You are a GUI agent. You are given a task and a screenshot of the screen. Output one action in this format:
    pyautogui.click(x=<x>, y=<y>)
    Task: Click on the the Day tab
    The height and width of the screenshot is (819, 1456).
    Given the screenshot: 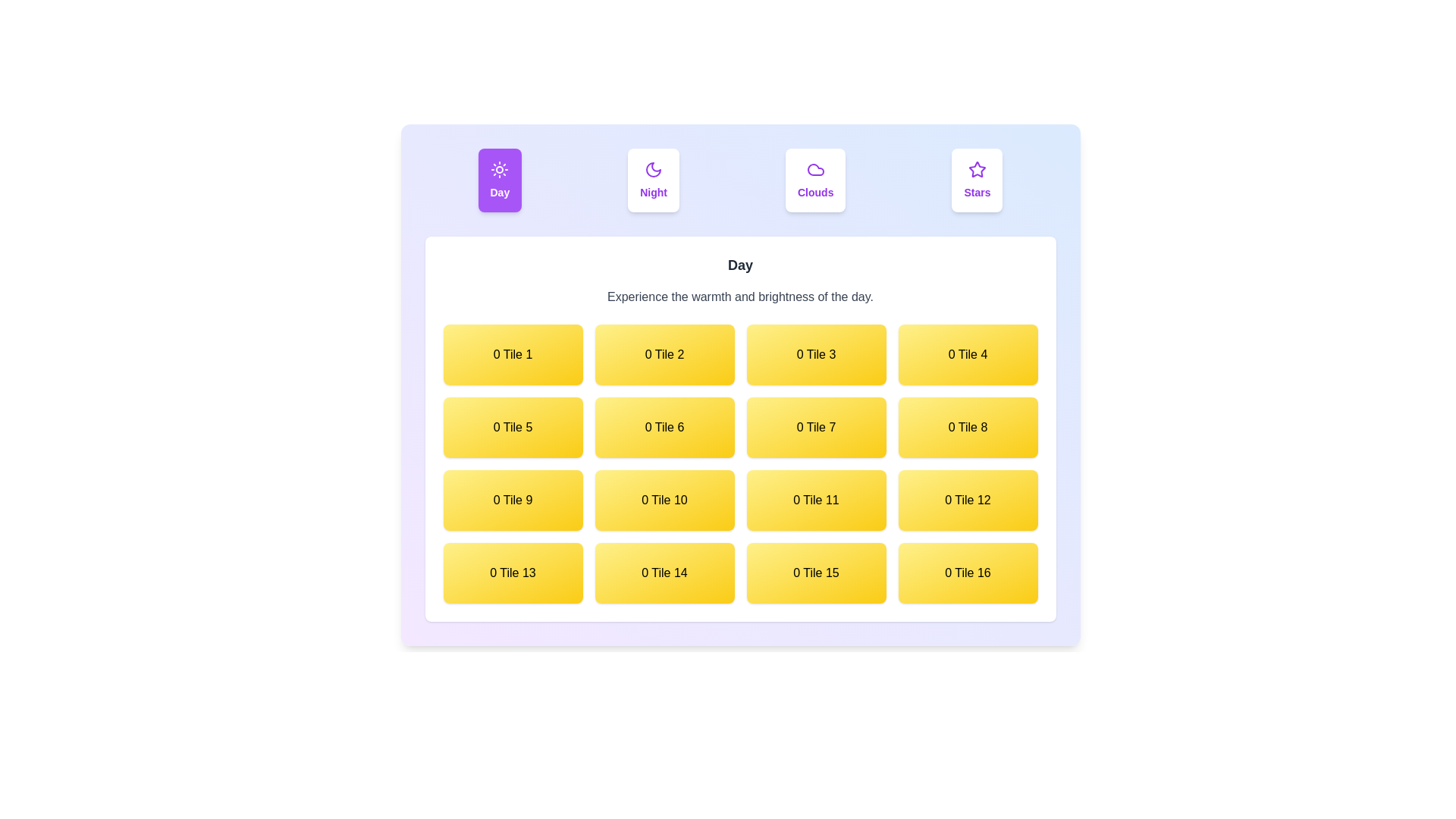 What is the action you would take?
    pyautogui.click(x=500, y=180)
    